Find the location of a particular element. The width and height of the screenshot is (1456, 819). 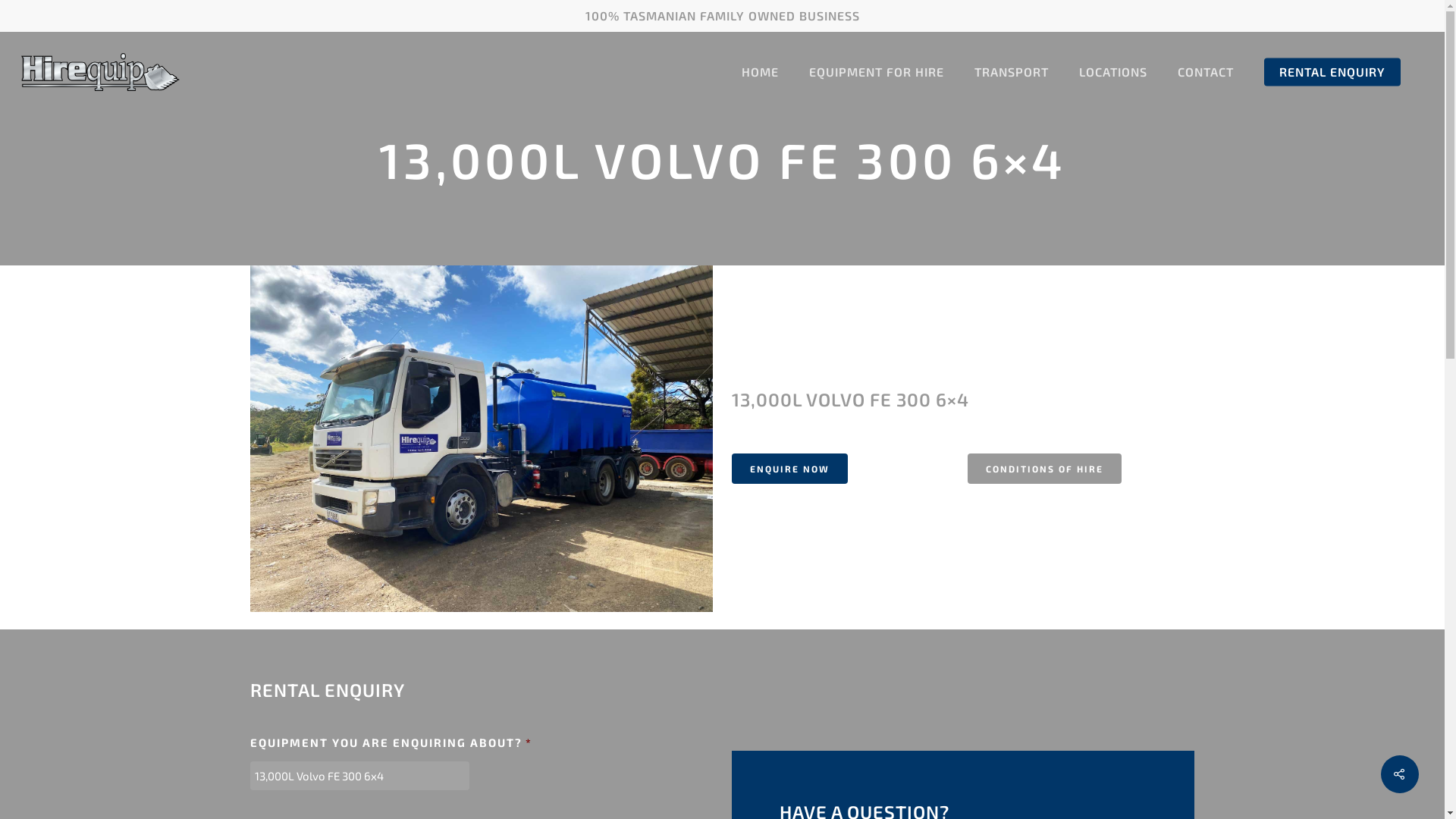

'RENTAL ENQUIRY' is located at coordinates (1263, 72).